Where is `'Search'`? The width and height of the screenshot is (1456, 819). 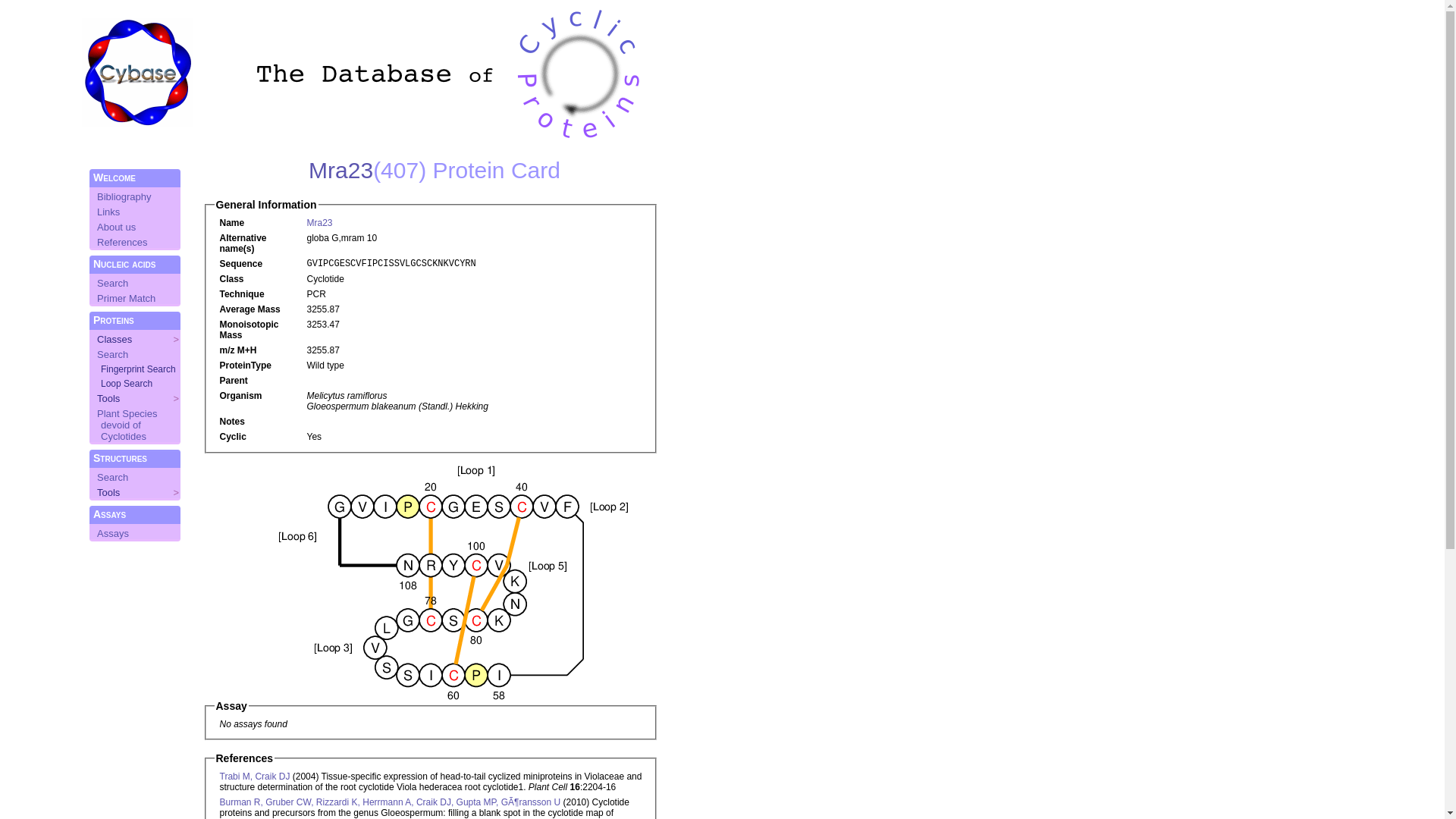
'Search' is located at coordinates (111, 283).